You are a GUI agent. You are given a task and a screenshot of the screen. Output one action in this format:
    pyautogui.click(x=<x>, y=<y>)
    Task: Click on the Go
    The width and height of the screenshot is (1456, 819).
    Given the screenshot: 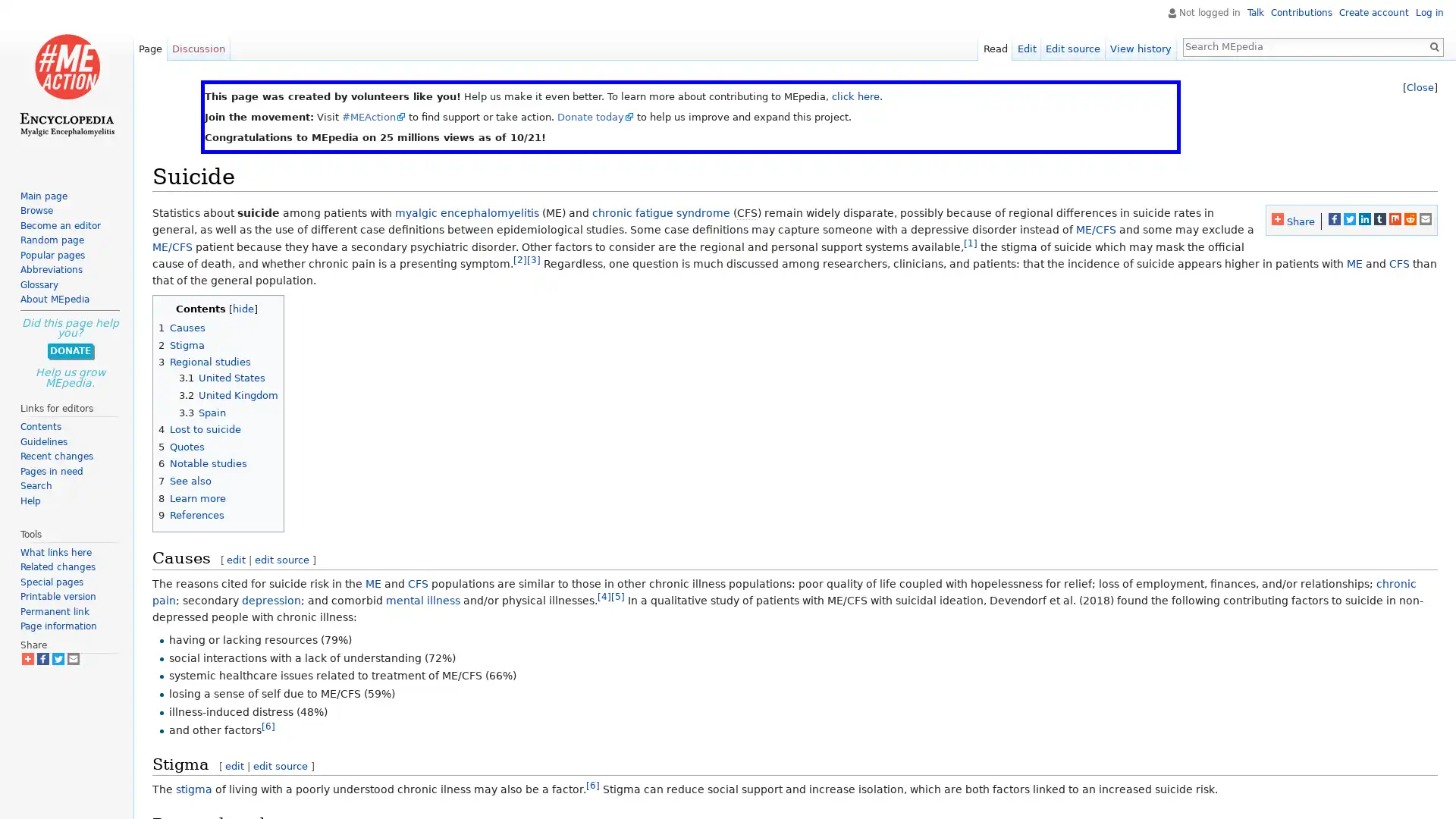 What is the action you would take?
    pyautogui.click(x=1433, y=45)
    